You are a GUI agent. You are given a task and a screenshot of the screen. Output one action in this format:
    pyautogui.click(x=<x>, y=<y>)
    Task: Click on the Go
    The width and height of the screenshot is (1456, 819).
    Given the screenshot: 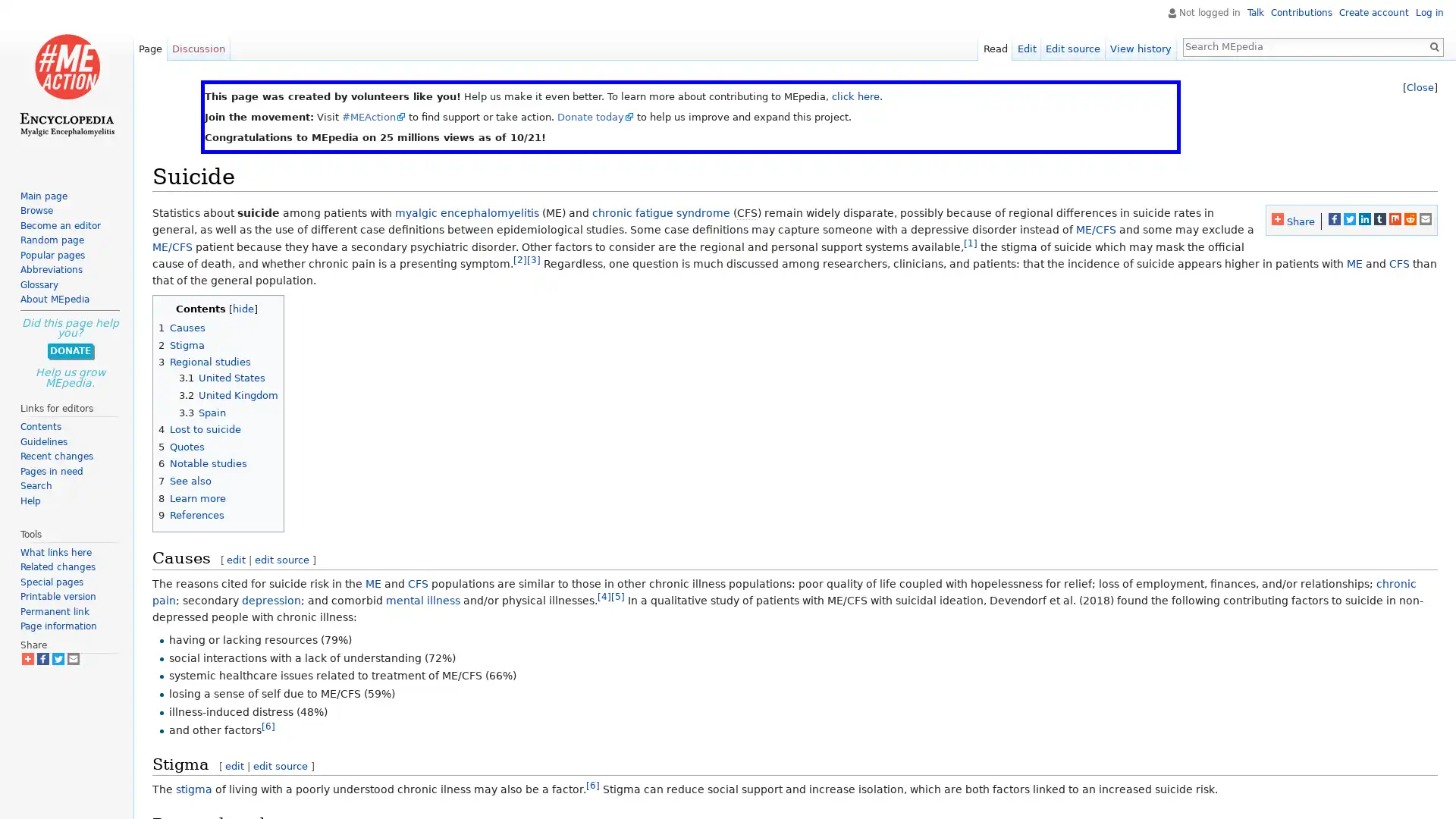 What is the action you would take?
    pyautogui.click(x=1433, y=45)
    